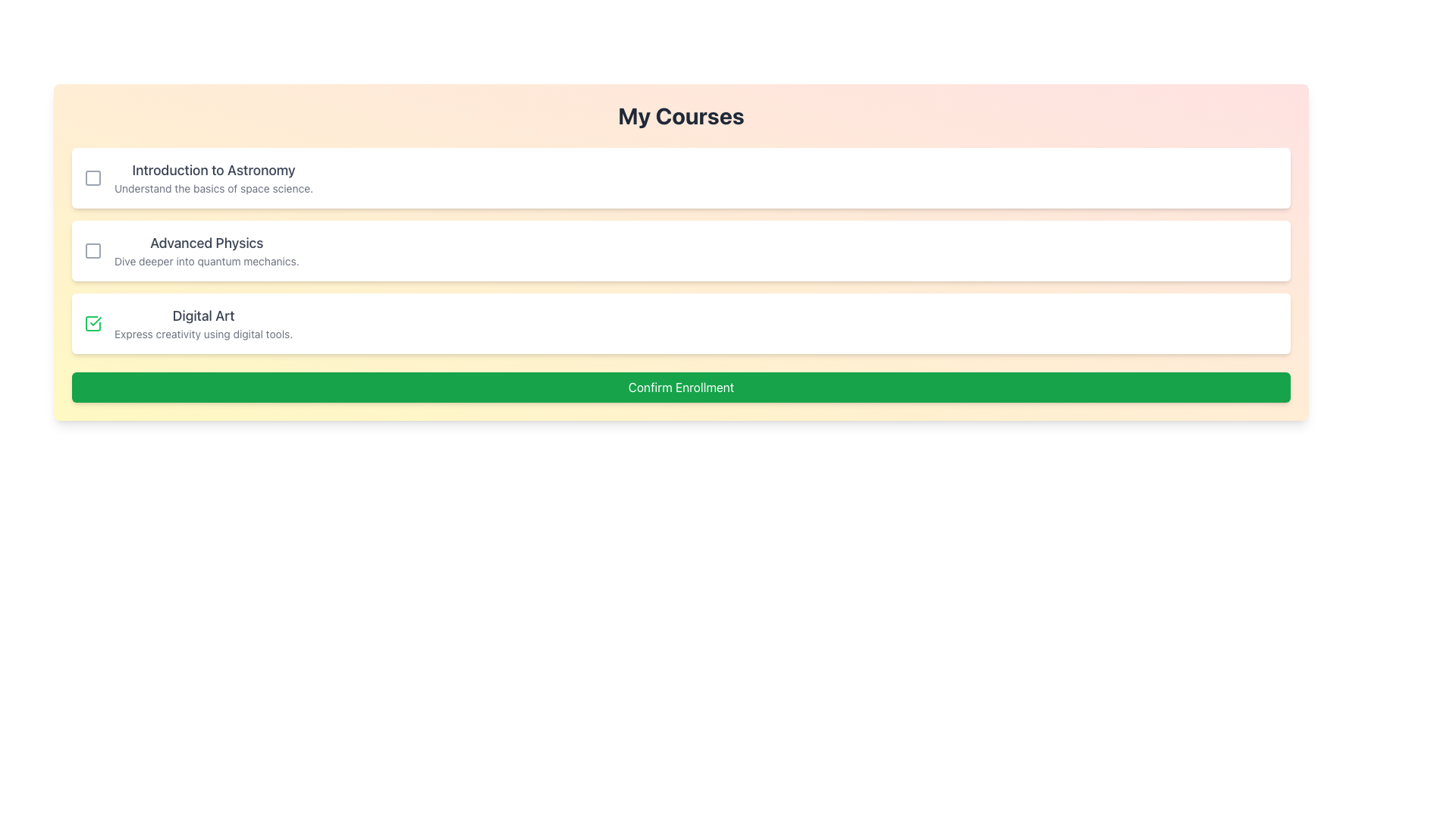  I want to click on the 'Introduction to Astronomy' descriptive text block, which contains a heading in a larger, bold, gray font and a subtitle in a smaller, lighter gray font, if it is linked, so click(213, 177).